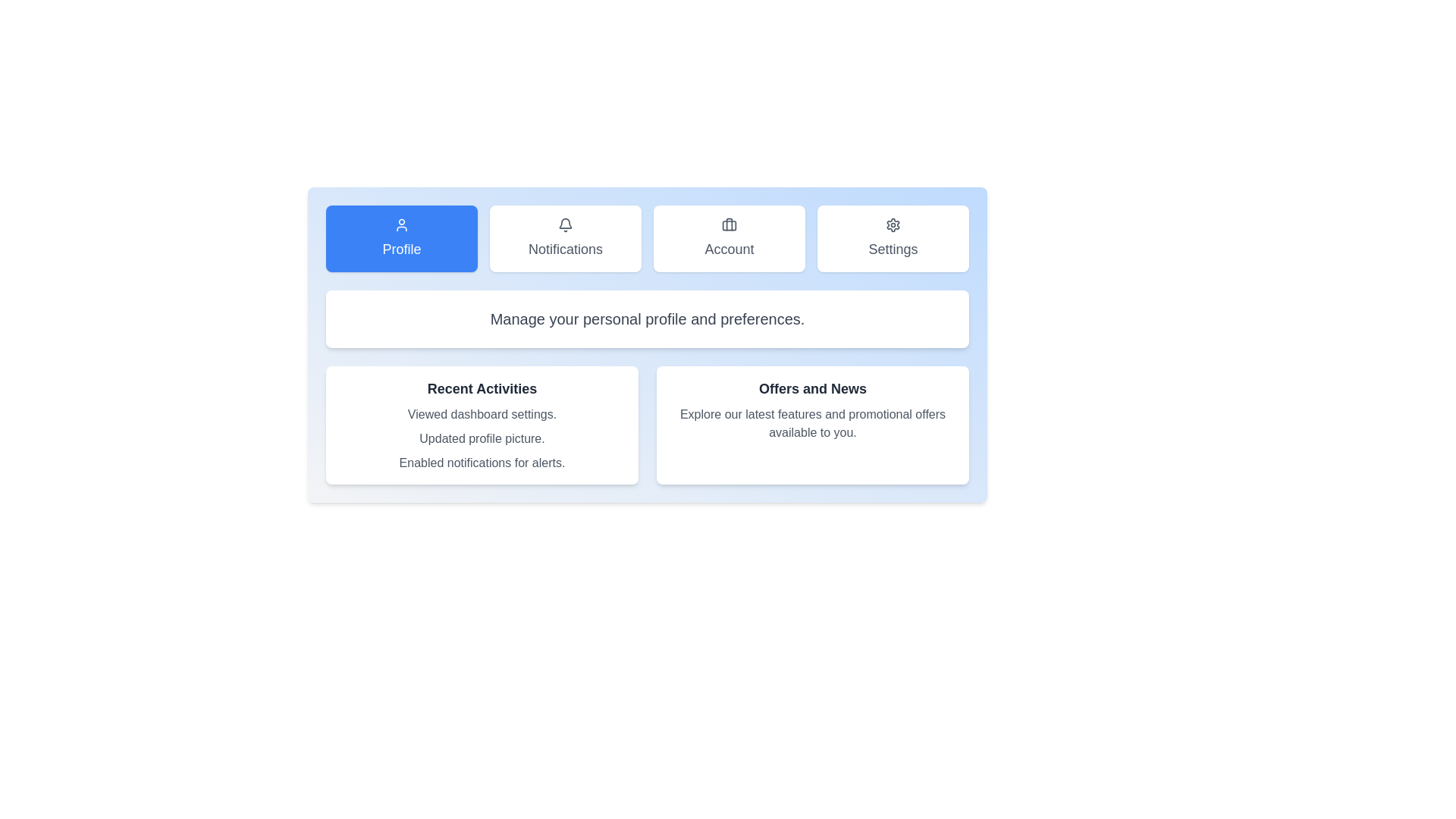  Describe the element at coordinates (401, 239) in the screenshot. I see `the profile navigation button located at the top left of the group of four horizontally aligned buttons` at that location.